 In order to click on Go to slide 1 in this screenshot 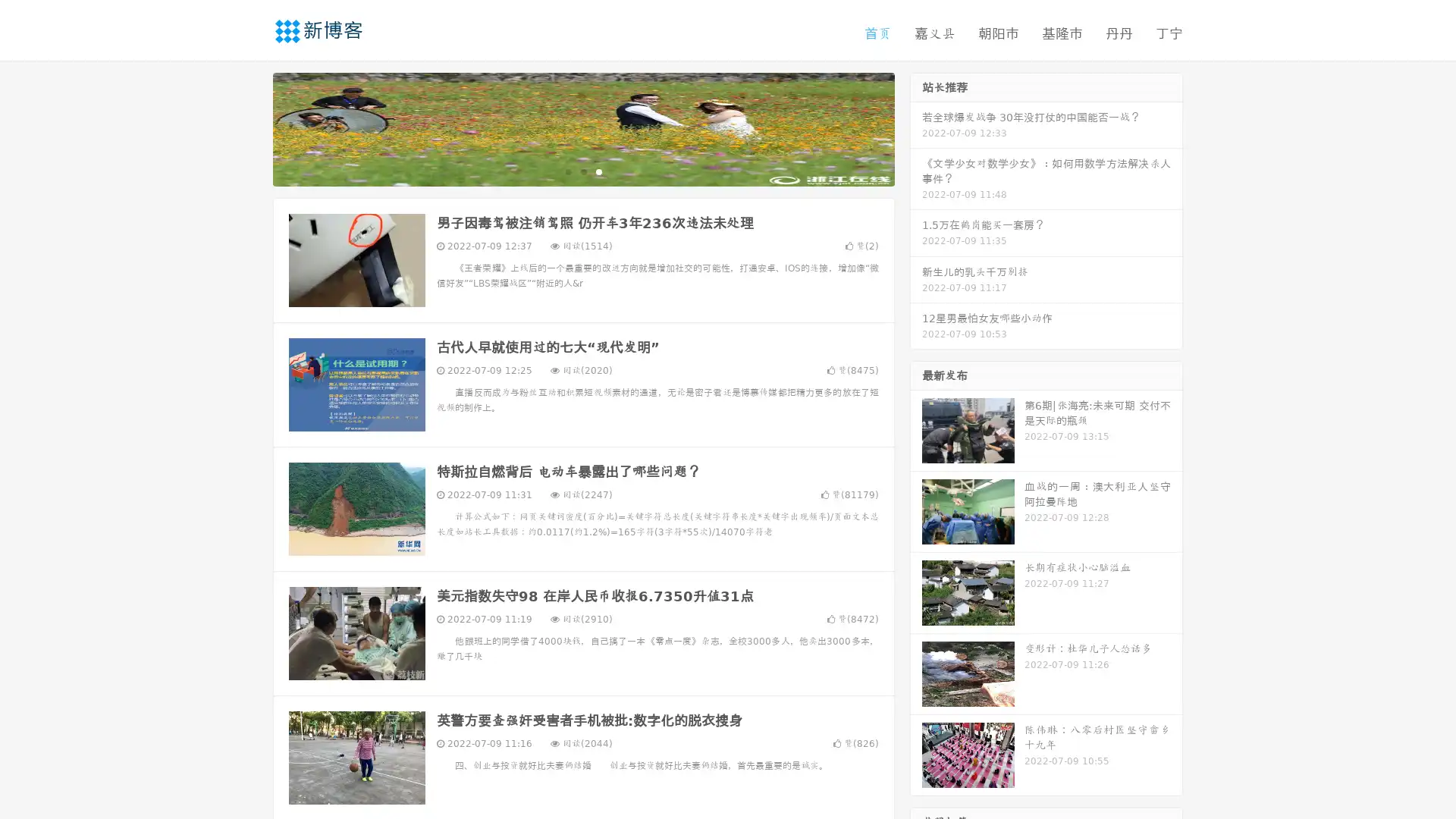, I will do `click(567, 171)`.